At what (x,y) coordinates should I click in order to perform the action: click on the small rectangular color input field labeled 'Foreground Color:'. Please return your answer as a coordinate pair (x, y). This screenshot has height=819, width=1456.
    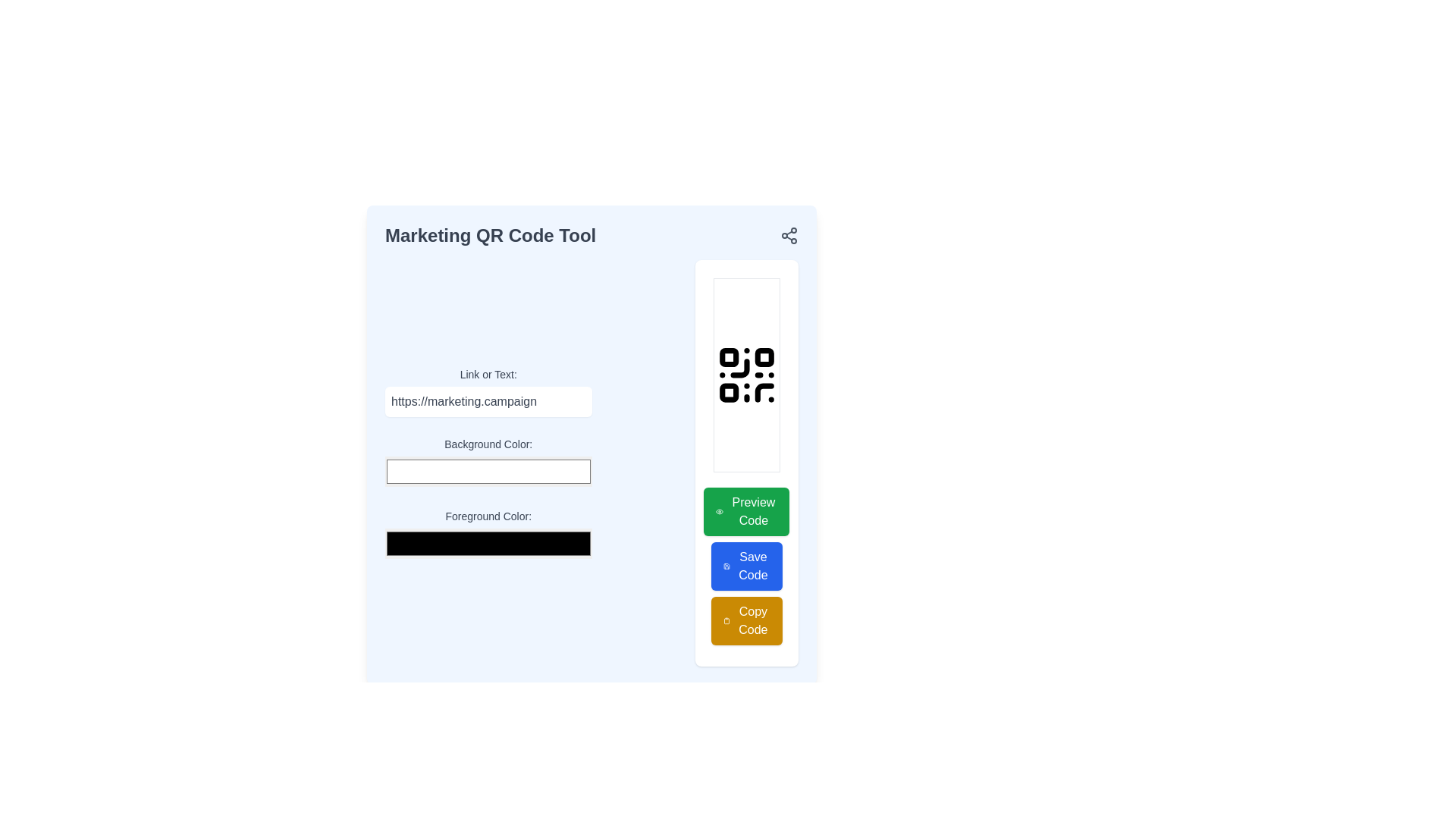
    Looking at the image, I should click on (488, 533).